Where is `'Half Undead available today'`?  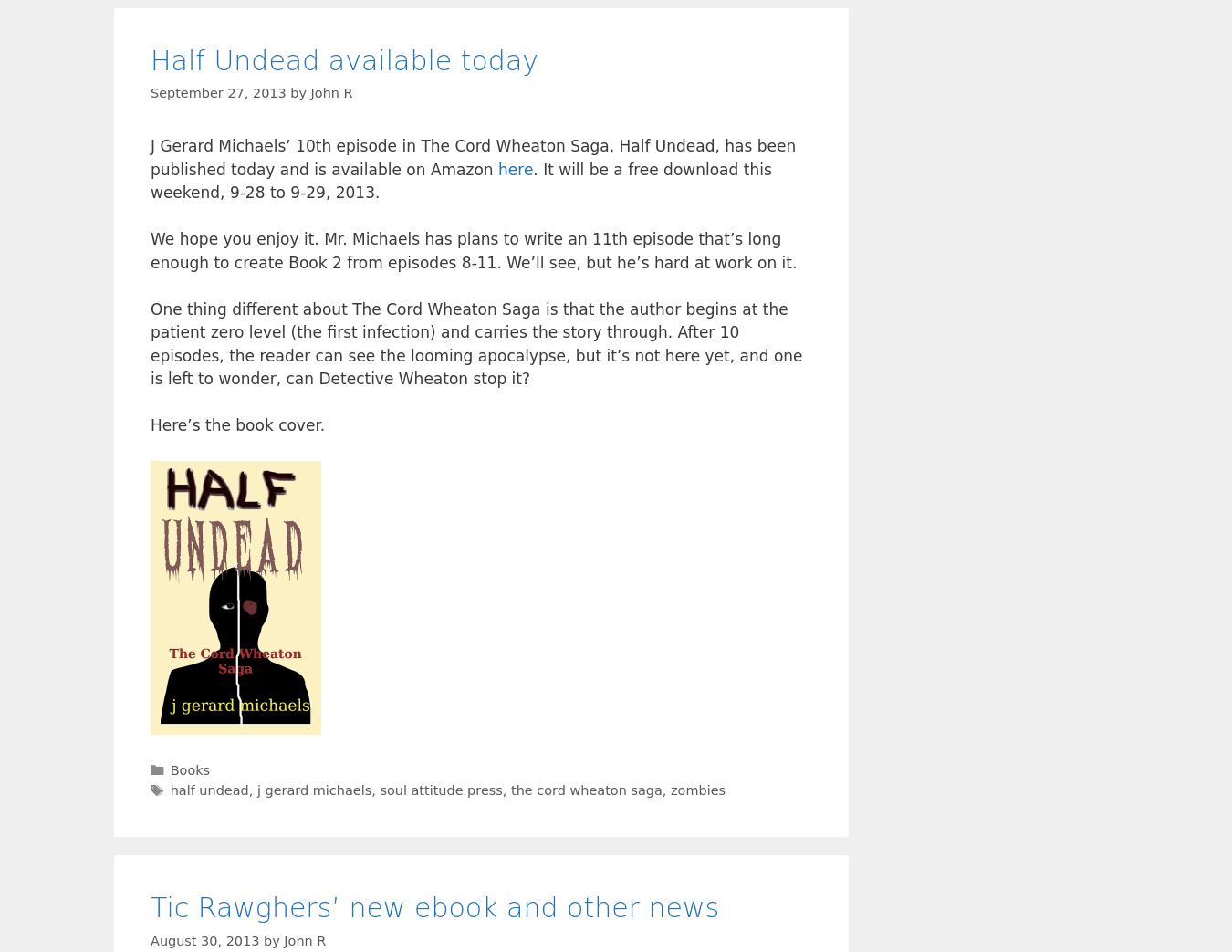 'Half Undead available today' is located at coordinates (344, 59).